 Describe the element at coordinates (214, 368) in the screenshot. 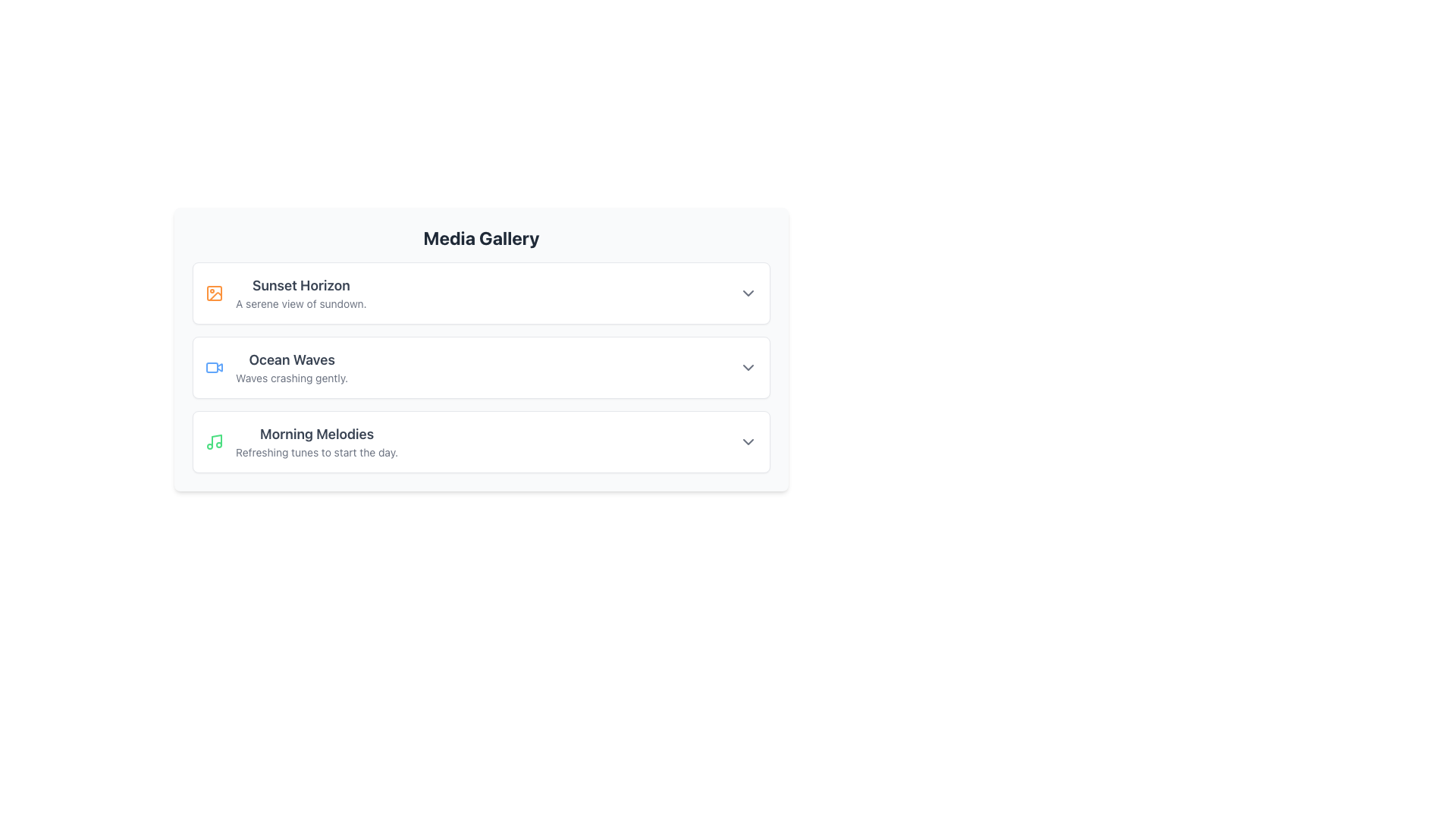

I see `the blue video camera icon that represents the 'Ocean Waves' media entry, located in the second row of the list, aligned to the left of the label` at that location.